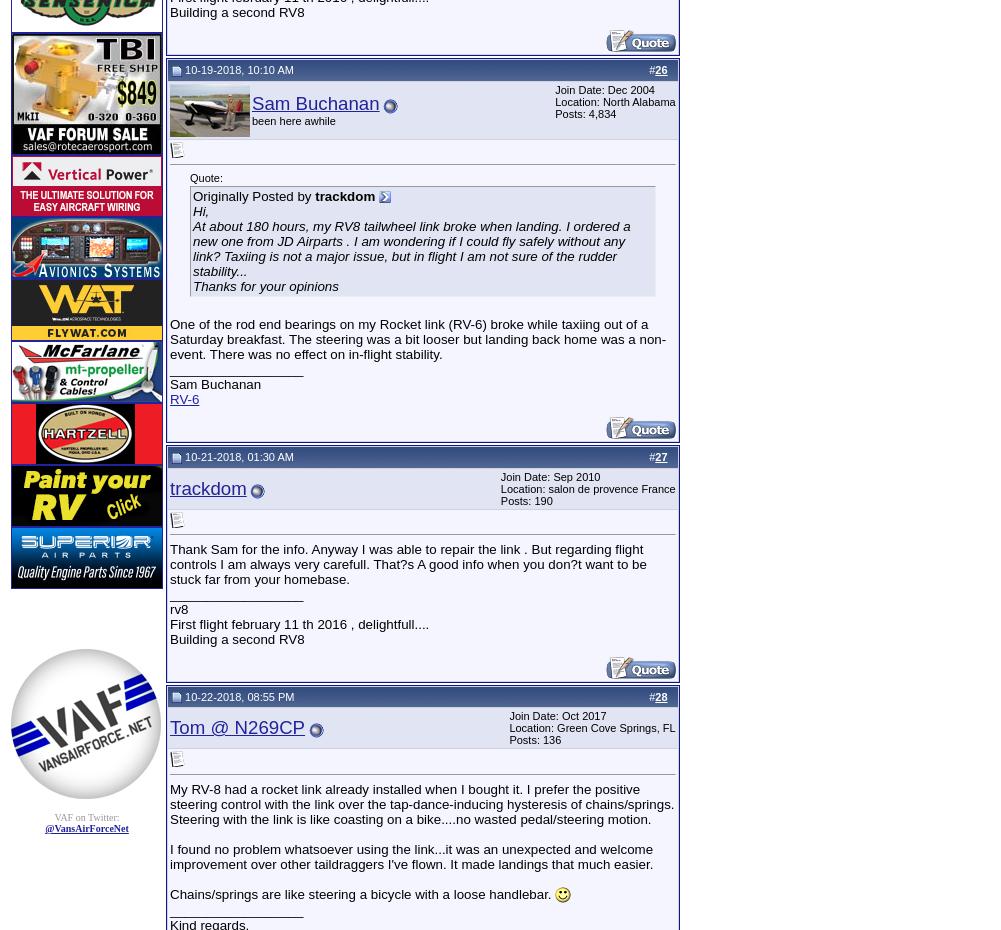 The height and width of the screenshot is (930, 1001). What do you see at coordinates (236, 455) in the screenshot?
I see `'10-21-2018, 01:30 AM'` at bounding box center [236, 455].